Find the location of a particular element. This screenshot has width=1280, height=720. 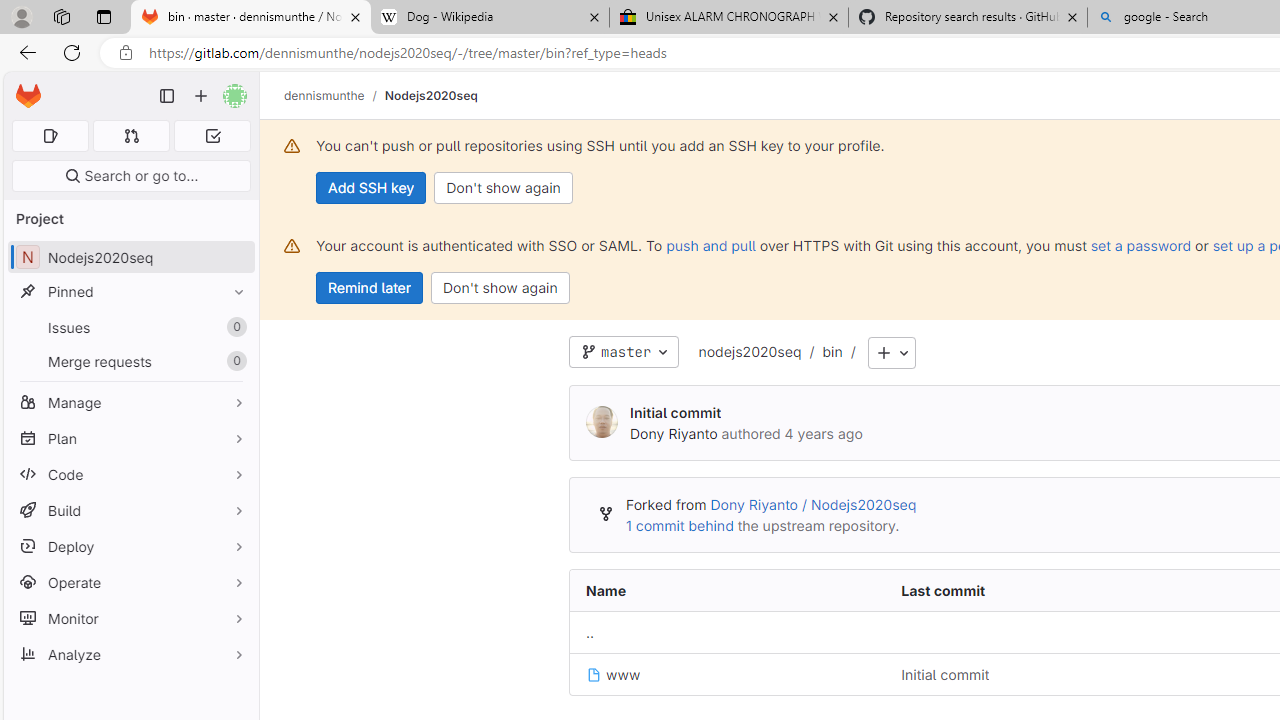

'Dony Riyanto' is located at coordinates (673, 432).